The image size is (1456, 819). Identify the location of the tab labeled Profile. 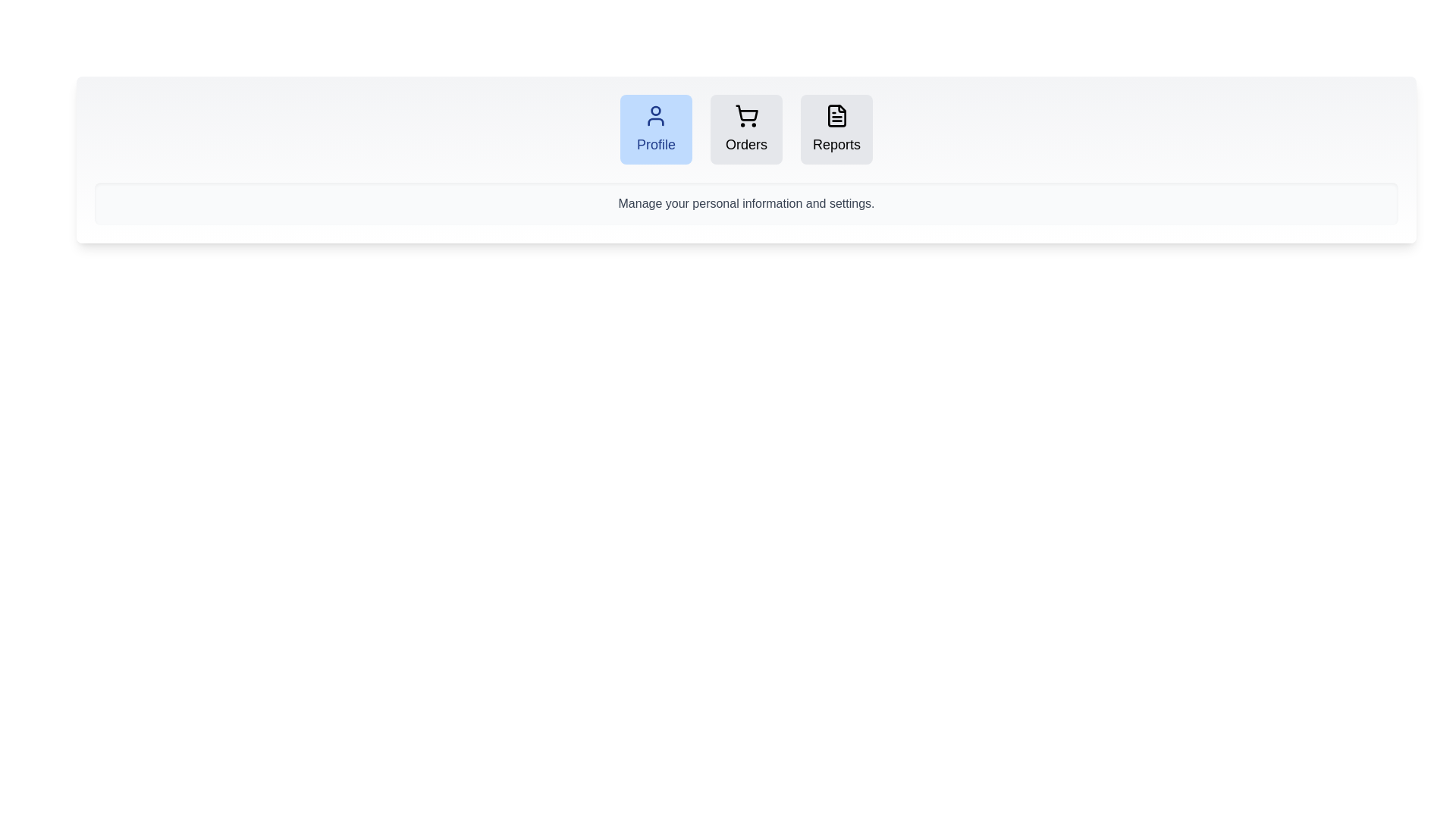
(656, 128).